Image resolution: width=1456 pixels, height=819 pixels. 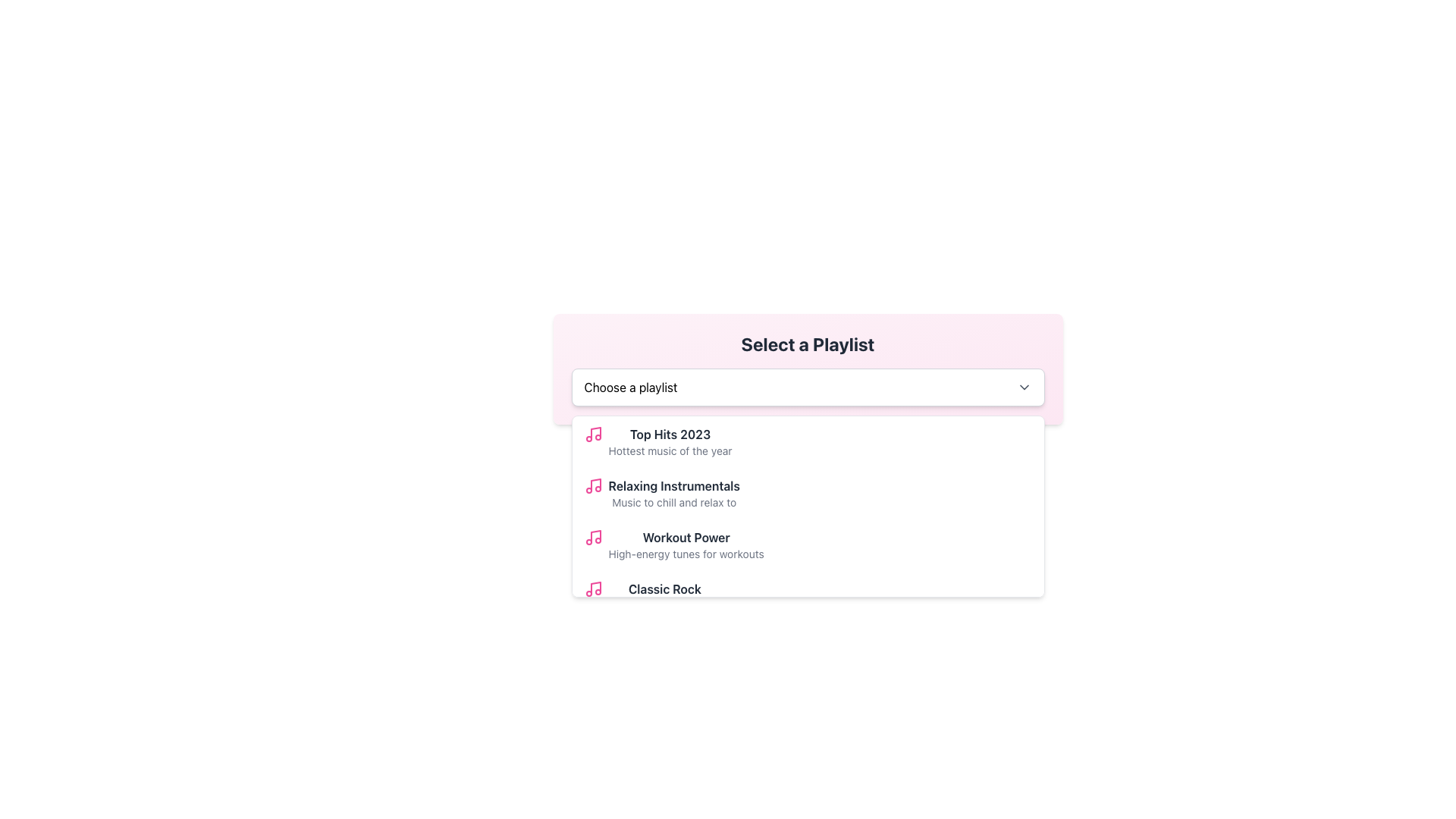 What do you see at coordinates (664, 595) in the screenshot?
I see `the 'Classic Rock' playlist item in the dropdown menu` at bounding box center [664, 595].